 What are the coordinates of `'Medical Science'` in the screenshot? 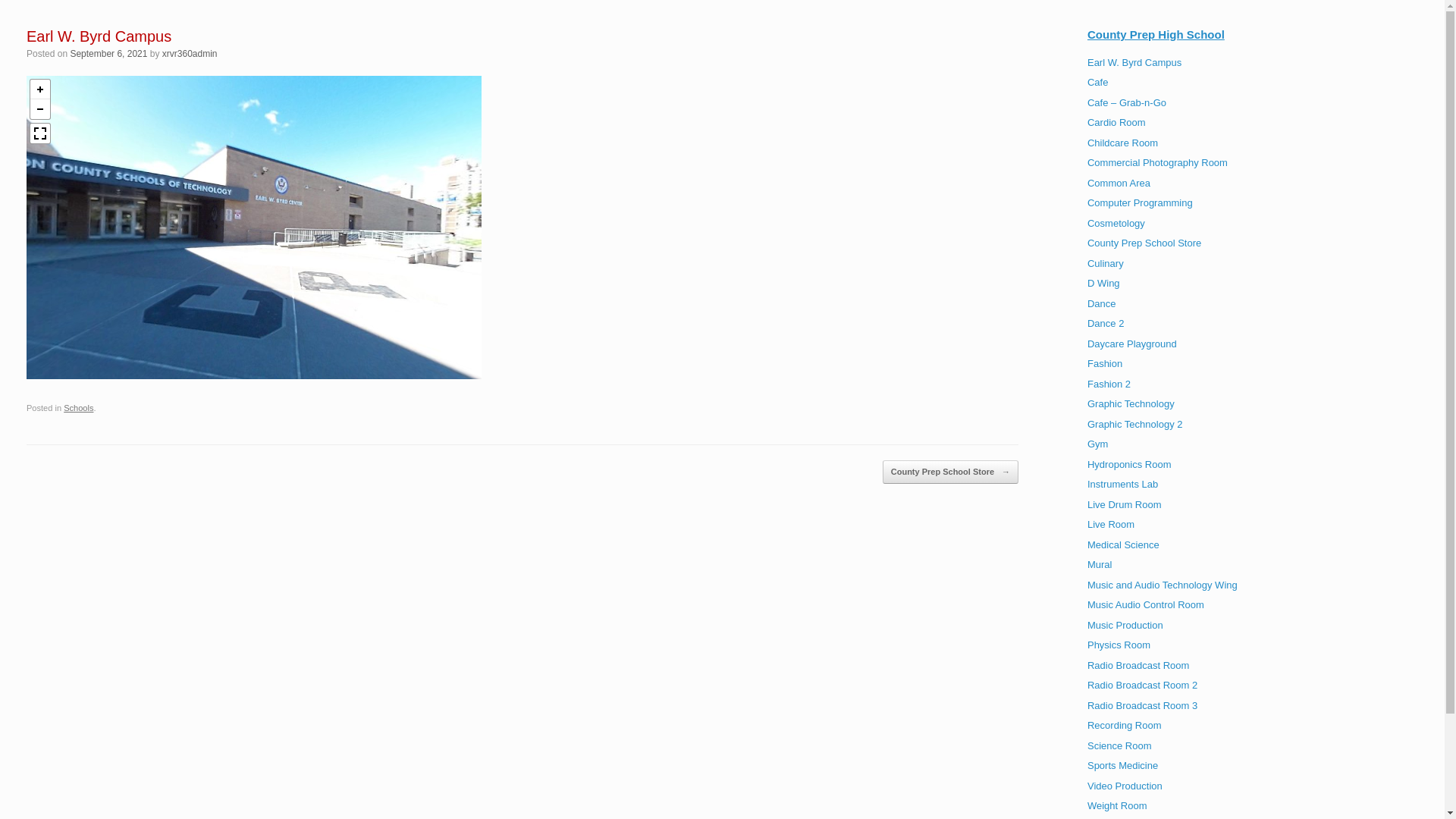 It's located at (1123, 543).